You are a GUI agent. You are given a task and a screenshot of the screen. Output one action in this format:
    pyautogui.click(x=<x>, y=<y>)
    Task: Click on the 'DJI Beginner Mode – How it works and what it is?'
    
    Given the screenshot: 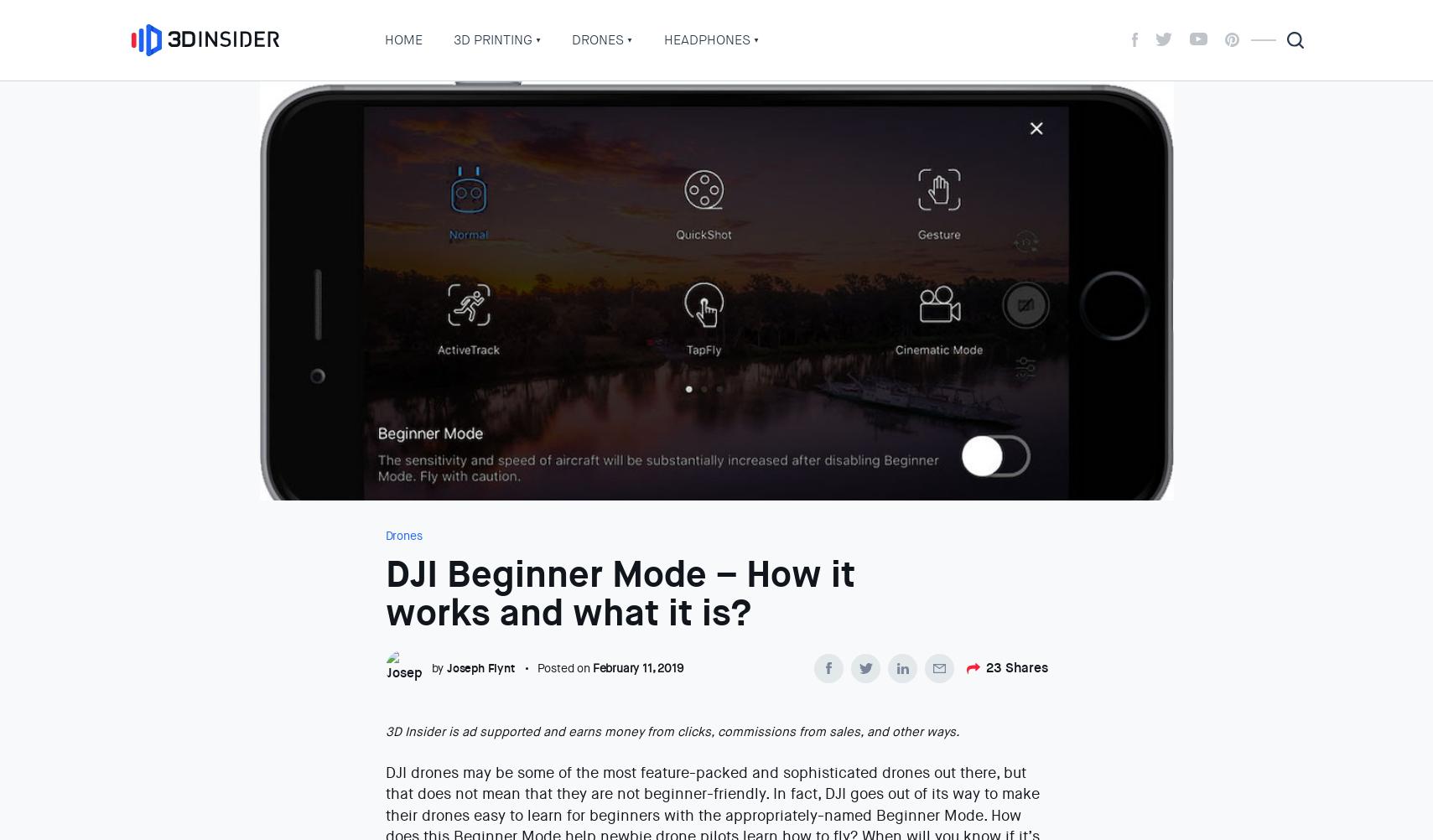 What is the action you would take?
    pyautogui.click(x=618, y=594)
    